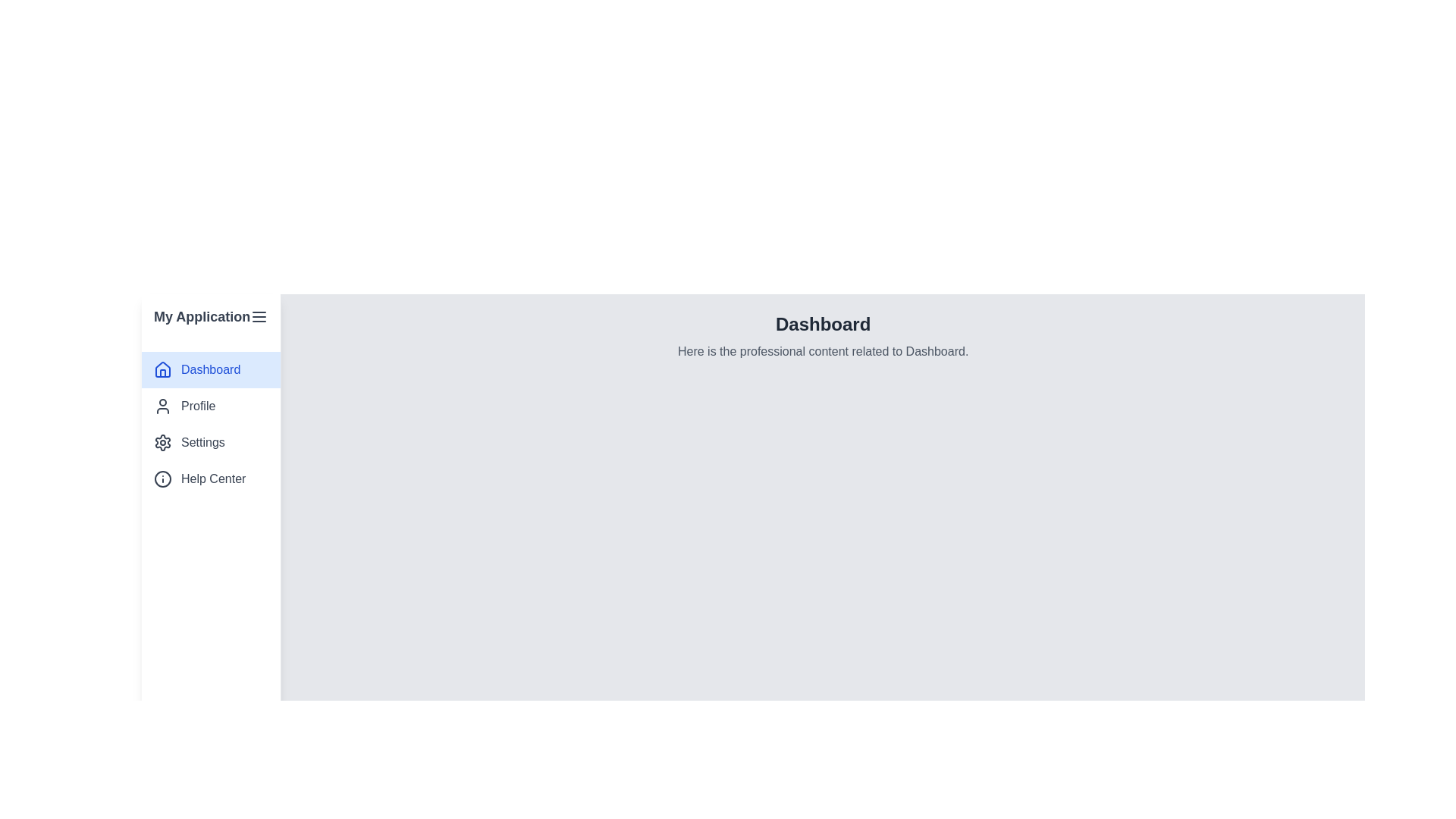  I want to click on the last Sidebar Menu Item that navigates to the Help Center, so click(210, 479).